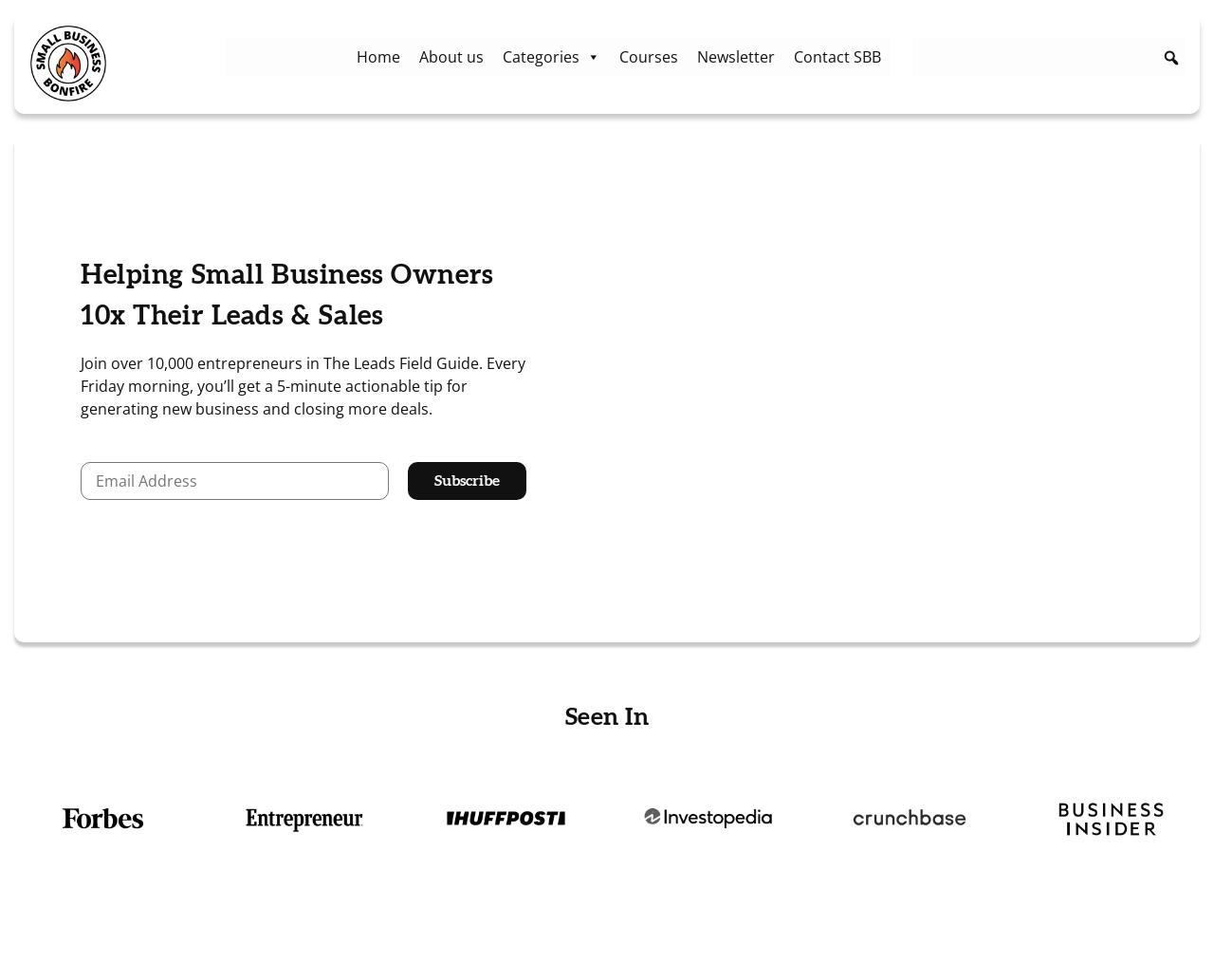 This screenshot has height=980, width=1214. Describe the element at coordinates (302, 386) in the screenshot. I see `'Join over 10,000 entrepreneurs in The Leads Field Guide. Every Friday morning, you’ll get a 5-minute actionable tip for generating new business and closing more deals.'` at that location.